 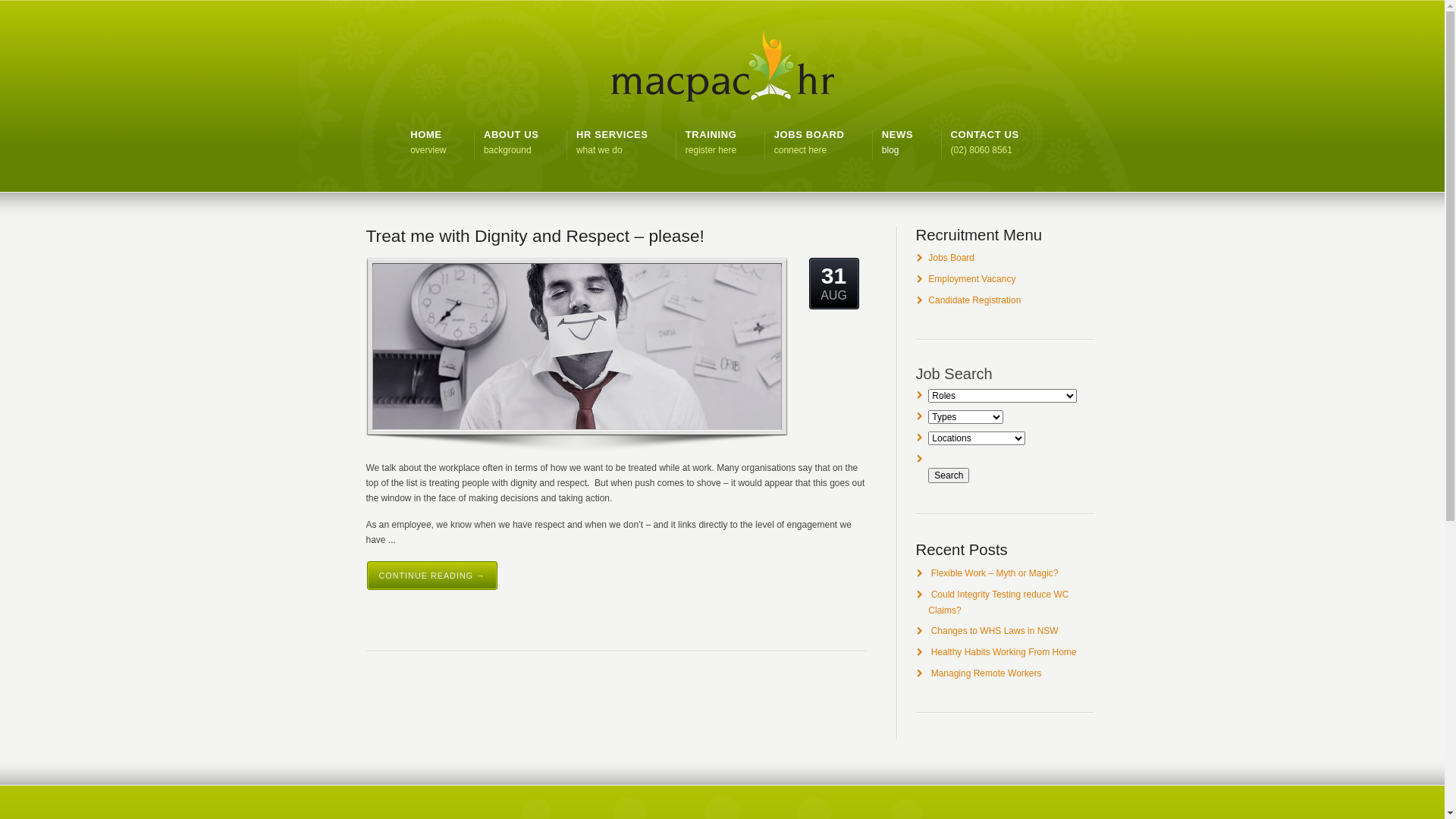 What do you see at coordinates (930, 631) in the screenshot?
I see `'Changes to WHS Laws in NSW'` at bounding box center [930, 631].